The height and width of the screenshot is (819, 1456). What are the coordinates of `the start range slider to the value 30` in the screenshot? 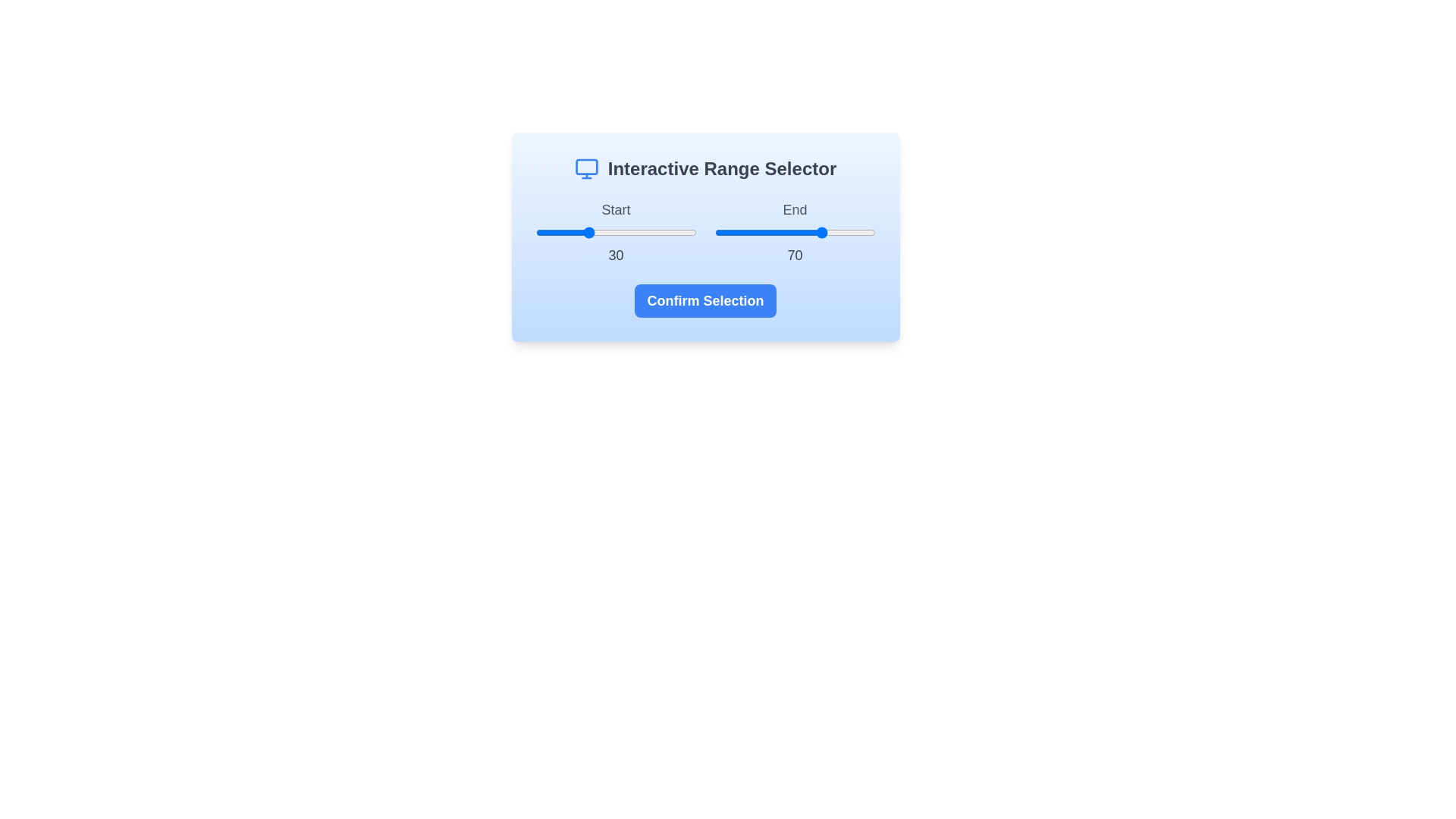 It's located at (583, 233).